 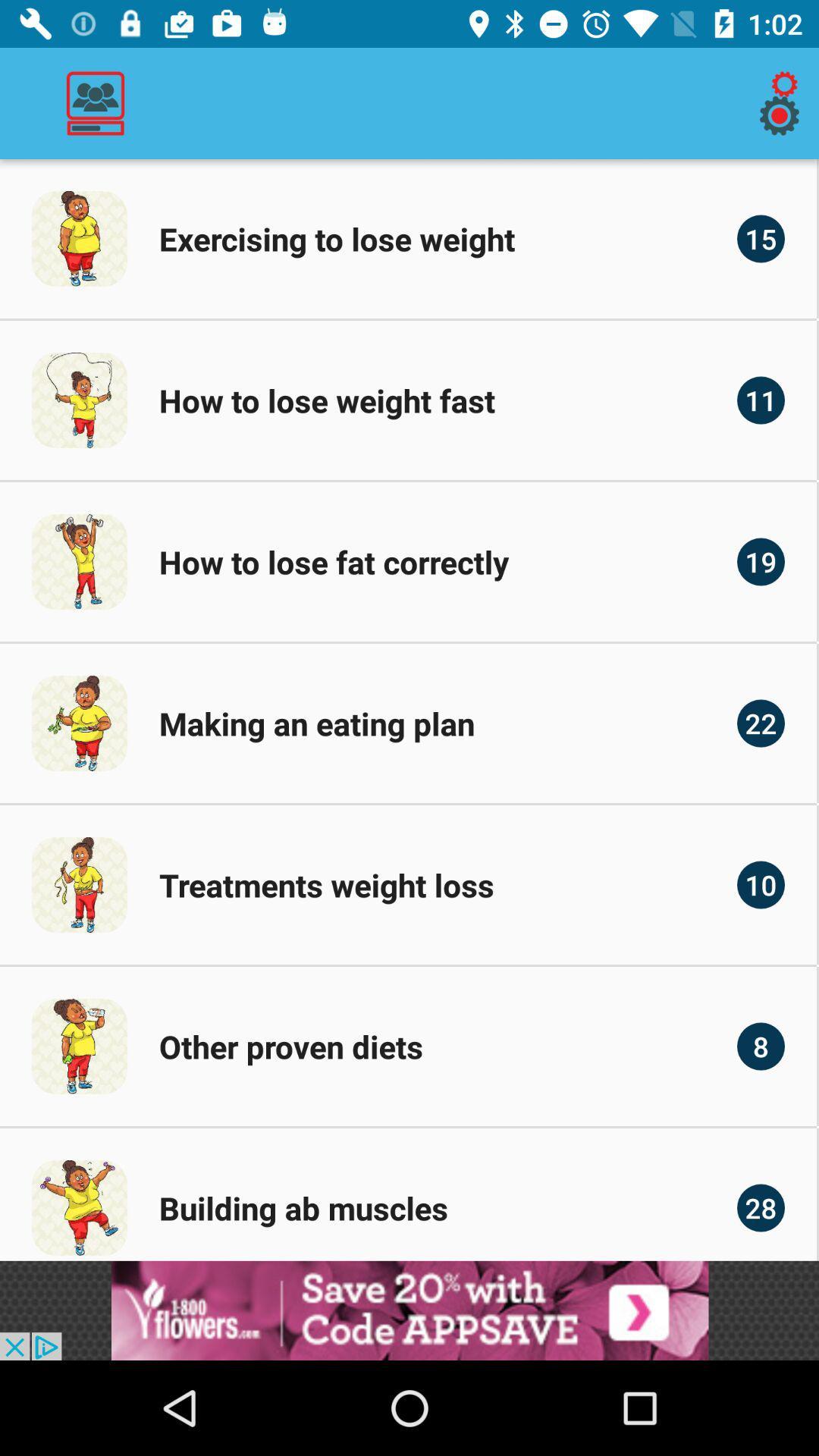 I want to click on advertisement display, so click(x=409, y=1310).